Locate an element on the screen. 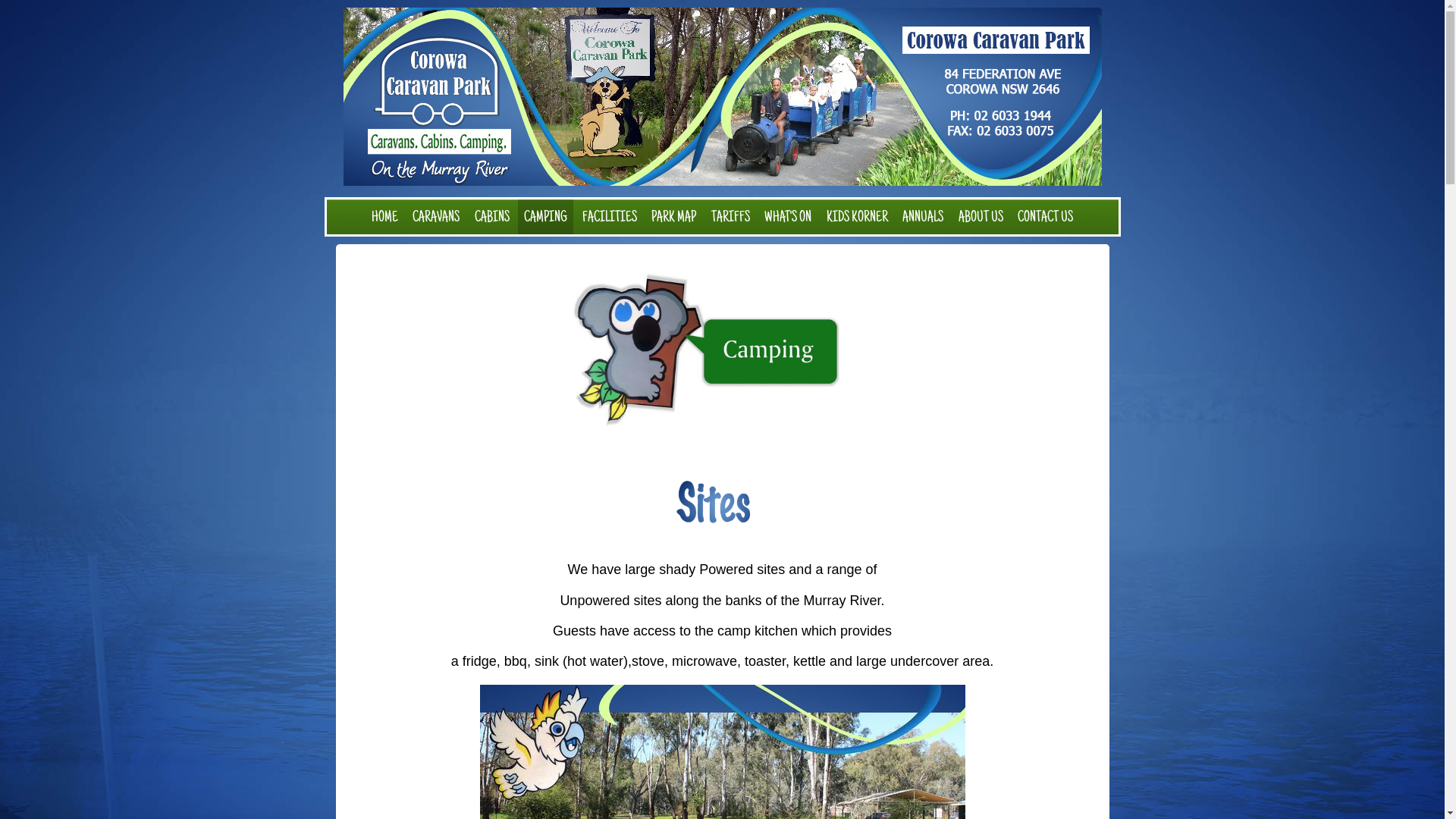  'CAMPING' is located at coordinates (545, 217).